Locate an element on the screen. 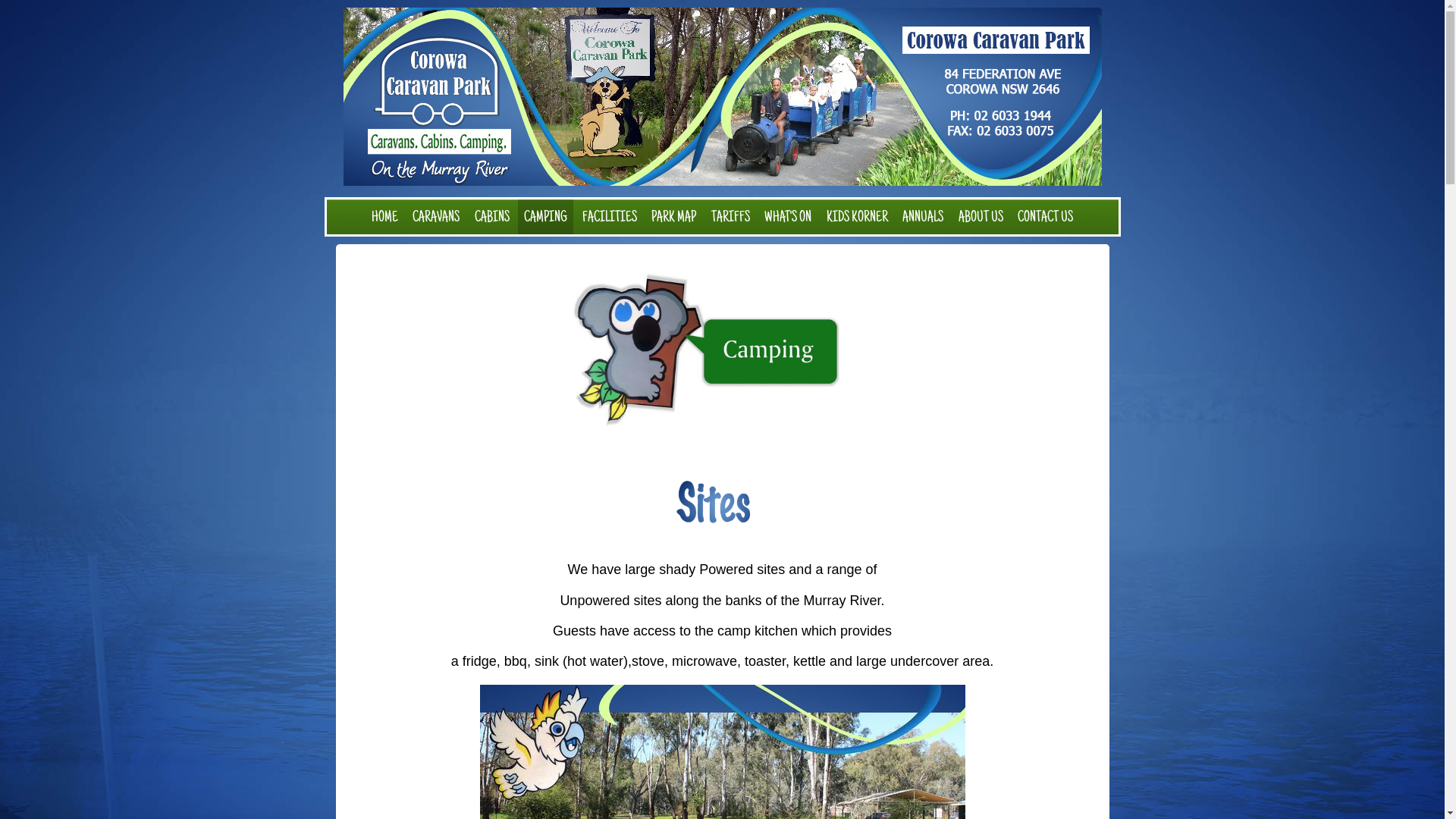  'CAMPING' is located at coordinates (545, 217).